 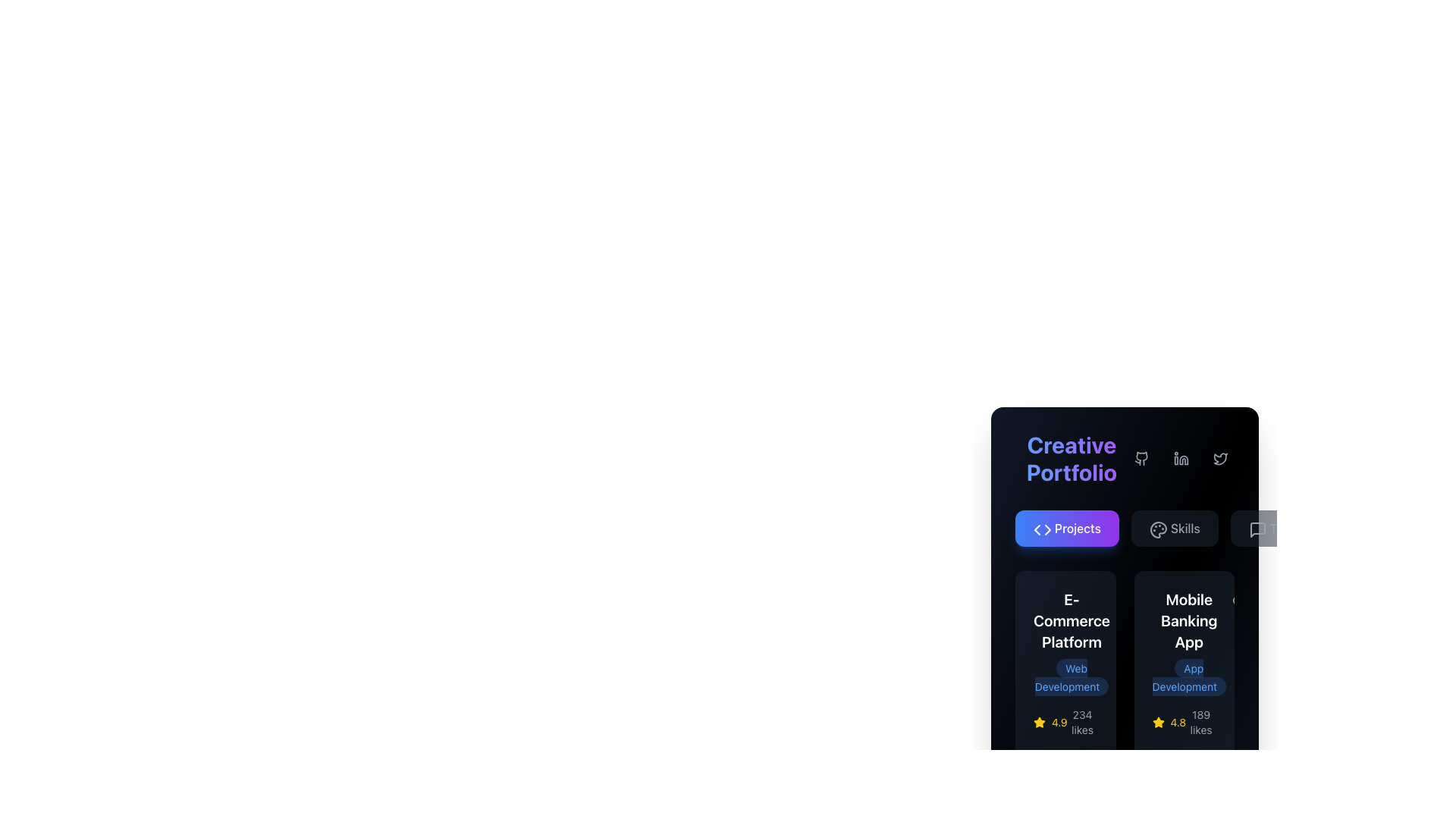 What do you see at coordinates (1168, 721) in the screenshot?
I see `the average rating value of '4.8' displayed in the Rating display for the 'Mobile Banking App', located in the lower section of the second card from the left` at bounding box center [1168, 721].